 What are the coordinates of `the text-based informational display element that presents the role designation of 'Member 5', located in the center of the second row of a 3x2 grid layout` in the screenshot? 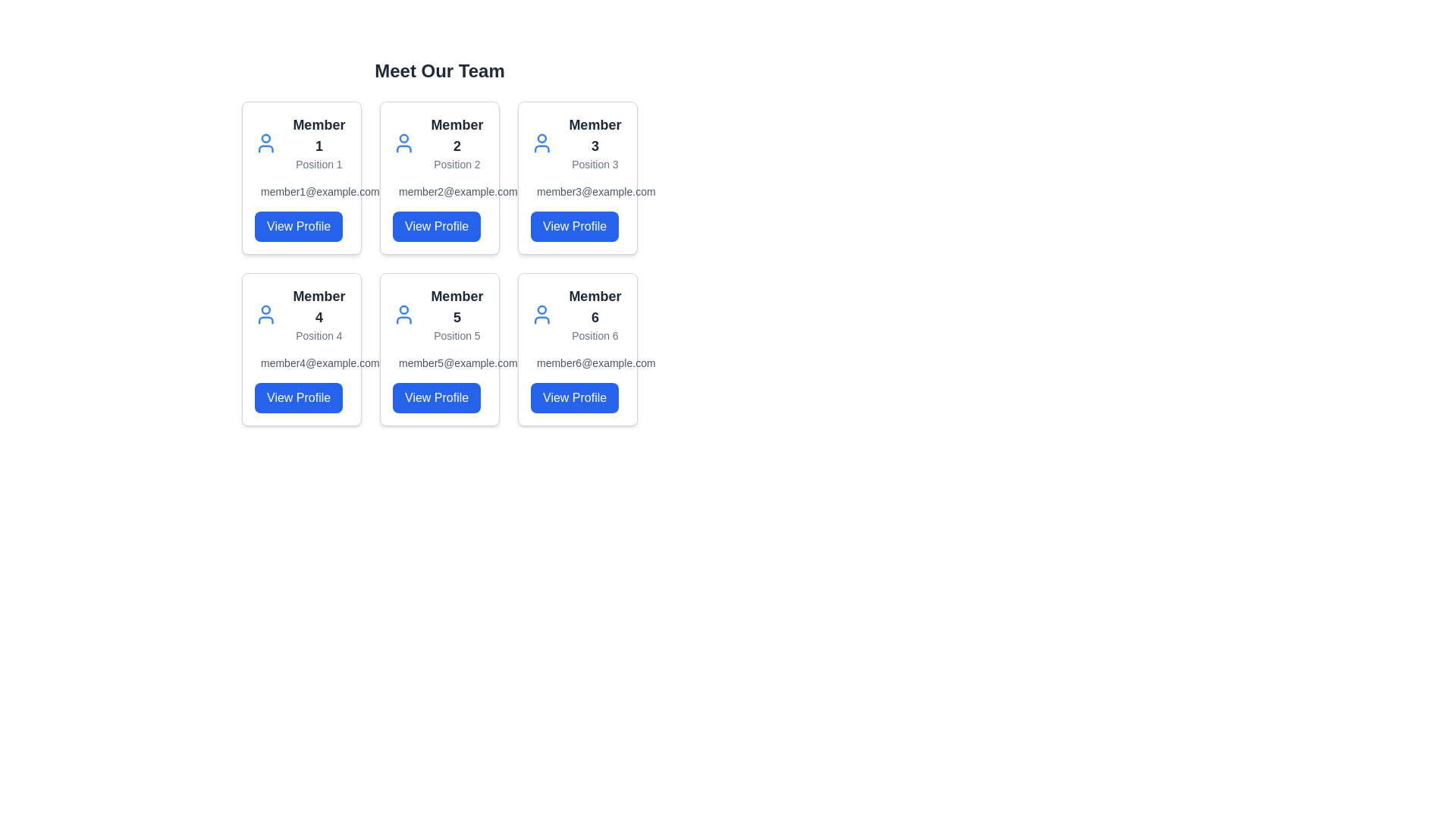 It's located at (456, 314).